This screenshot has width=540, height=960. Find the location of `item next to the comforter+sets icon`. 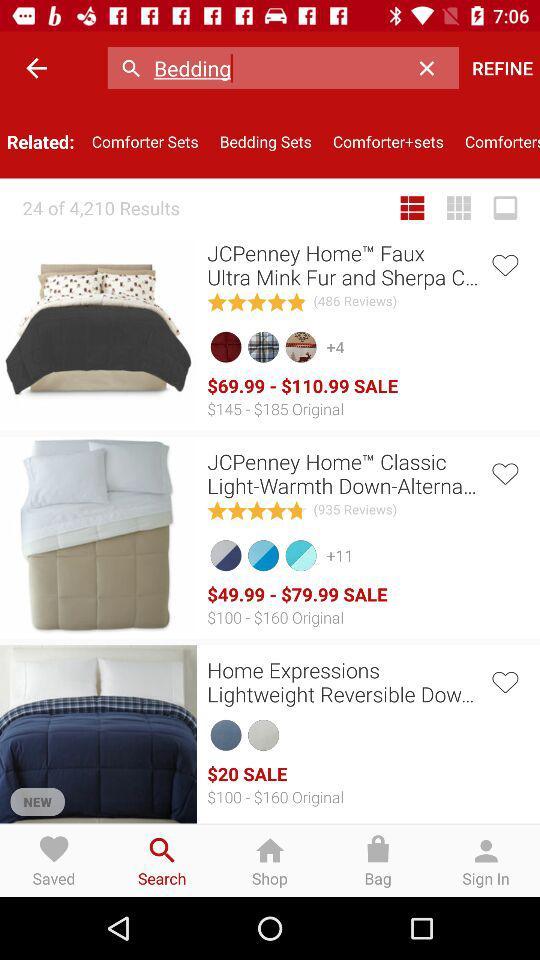

item next to the comforter+sets icon is located at coordinates (265, 140).